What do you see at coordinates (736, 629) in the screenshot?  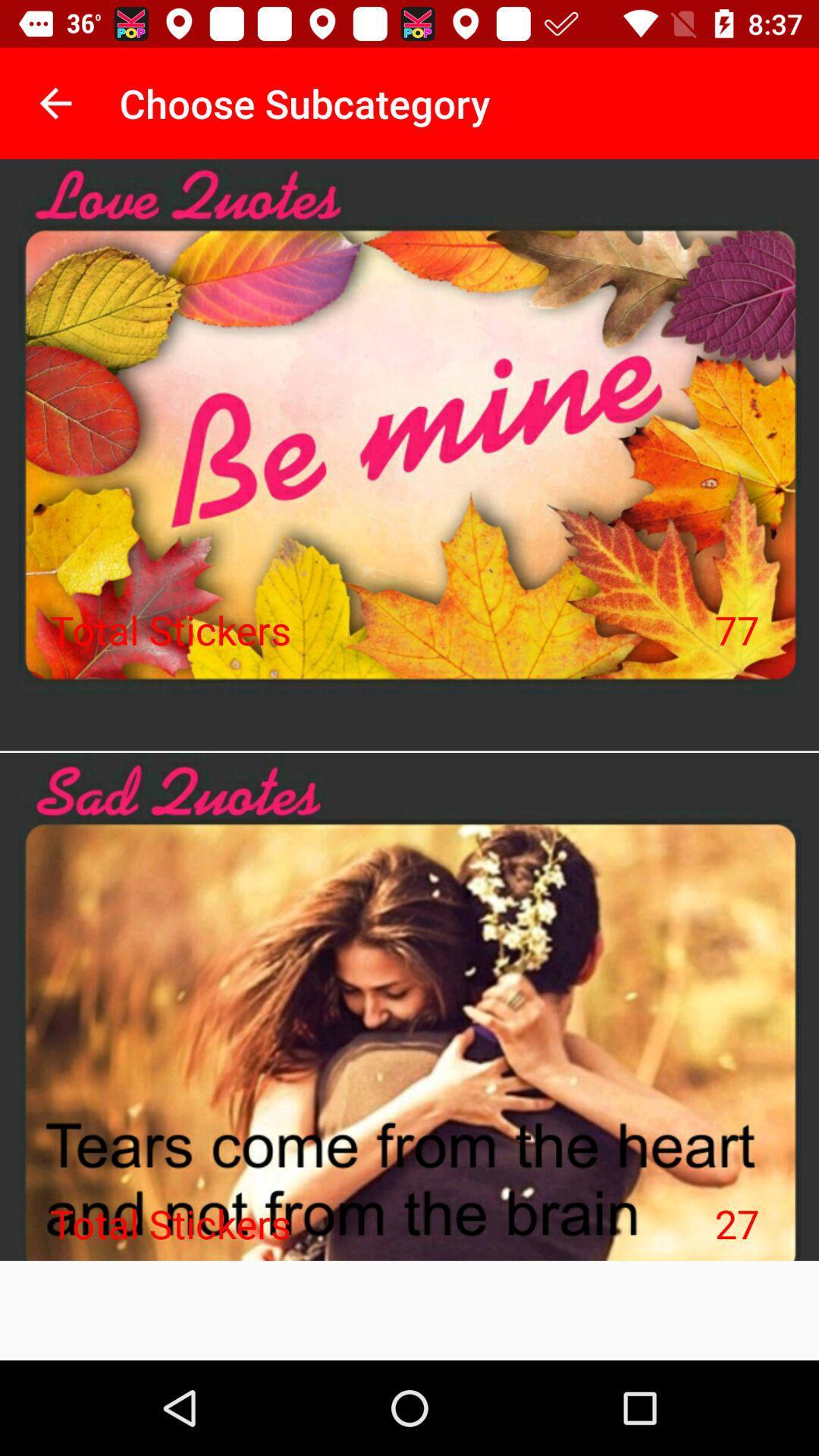 I see `the item on the right` at bounding box center [736, 629].